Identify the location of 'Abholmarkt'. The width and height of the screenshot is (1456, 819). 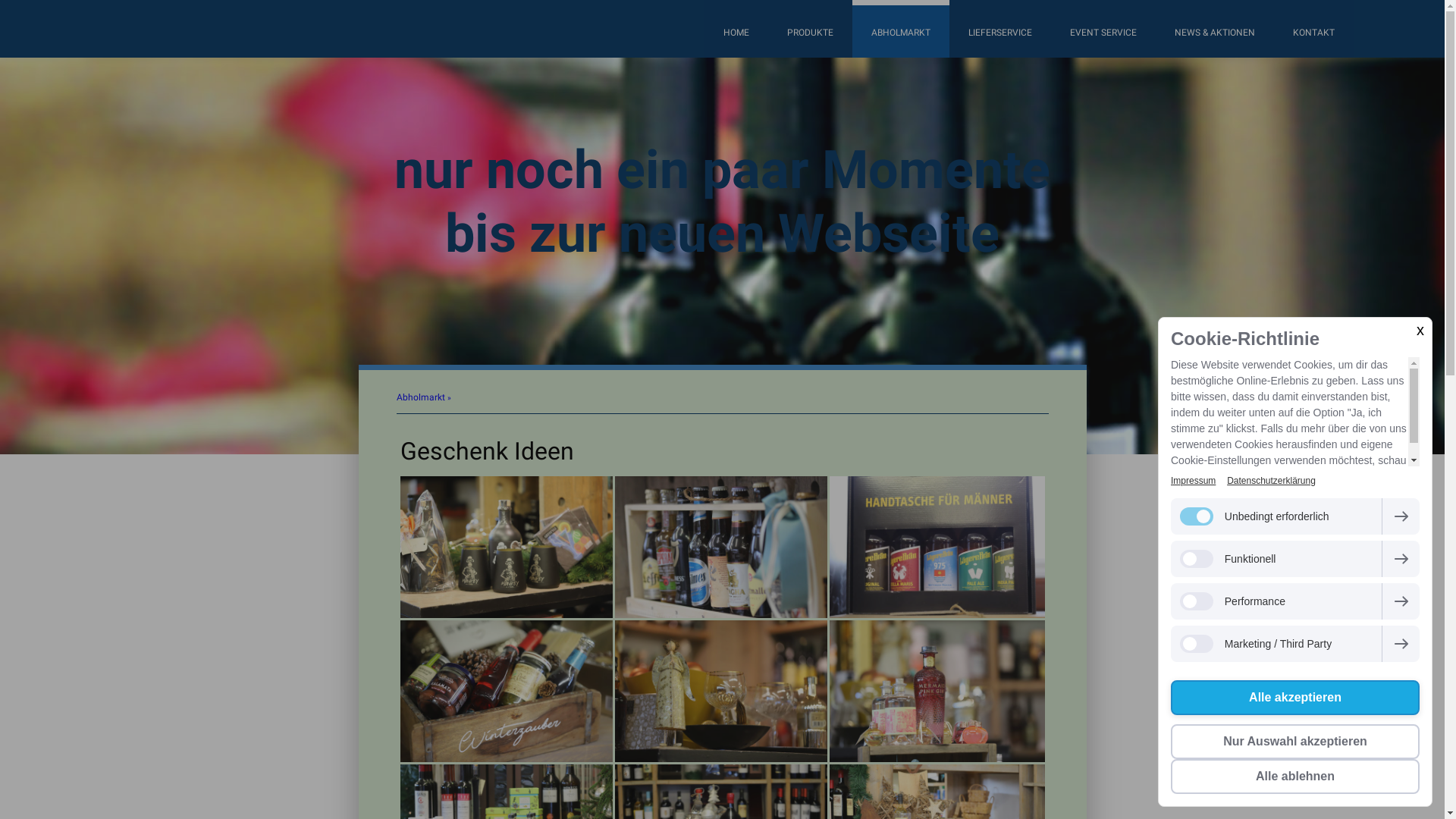
(396, 397).